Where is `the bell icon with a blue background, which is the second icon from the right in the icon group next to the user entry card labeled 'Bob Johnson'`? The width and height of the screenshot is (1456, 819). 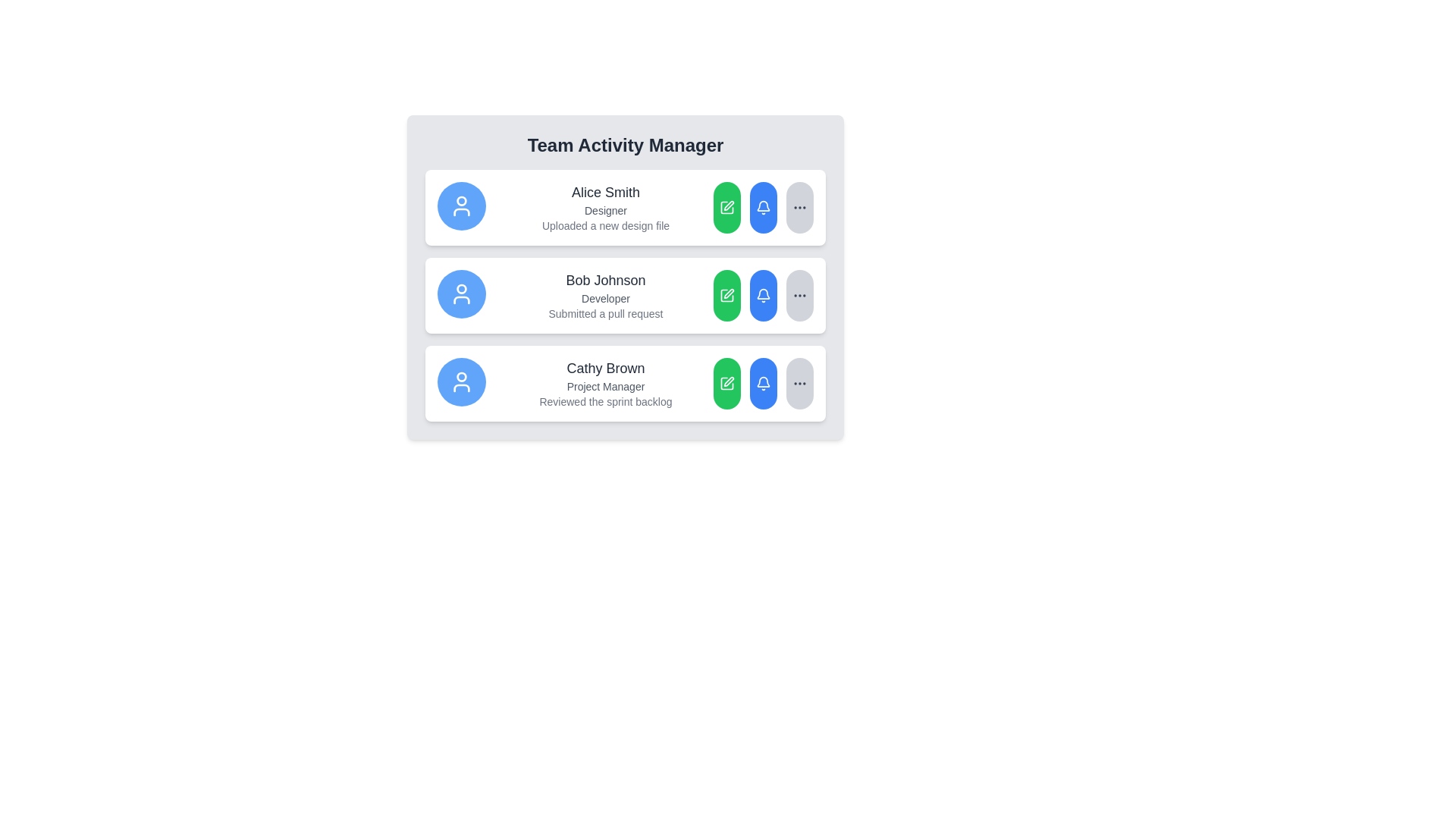 the bell icon with a blue background, which is the second icon from the right in the icon group next to the user entry card labeled 'Bob Johnson' is located at coordinates (764, 295).